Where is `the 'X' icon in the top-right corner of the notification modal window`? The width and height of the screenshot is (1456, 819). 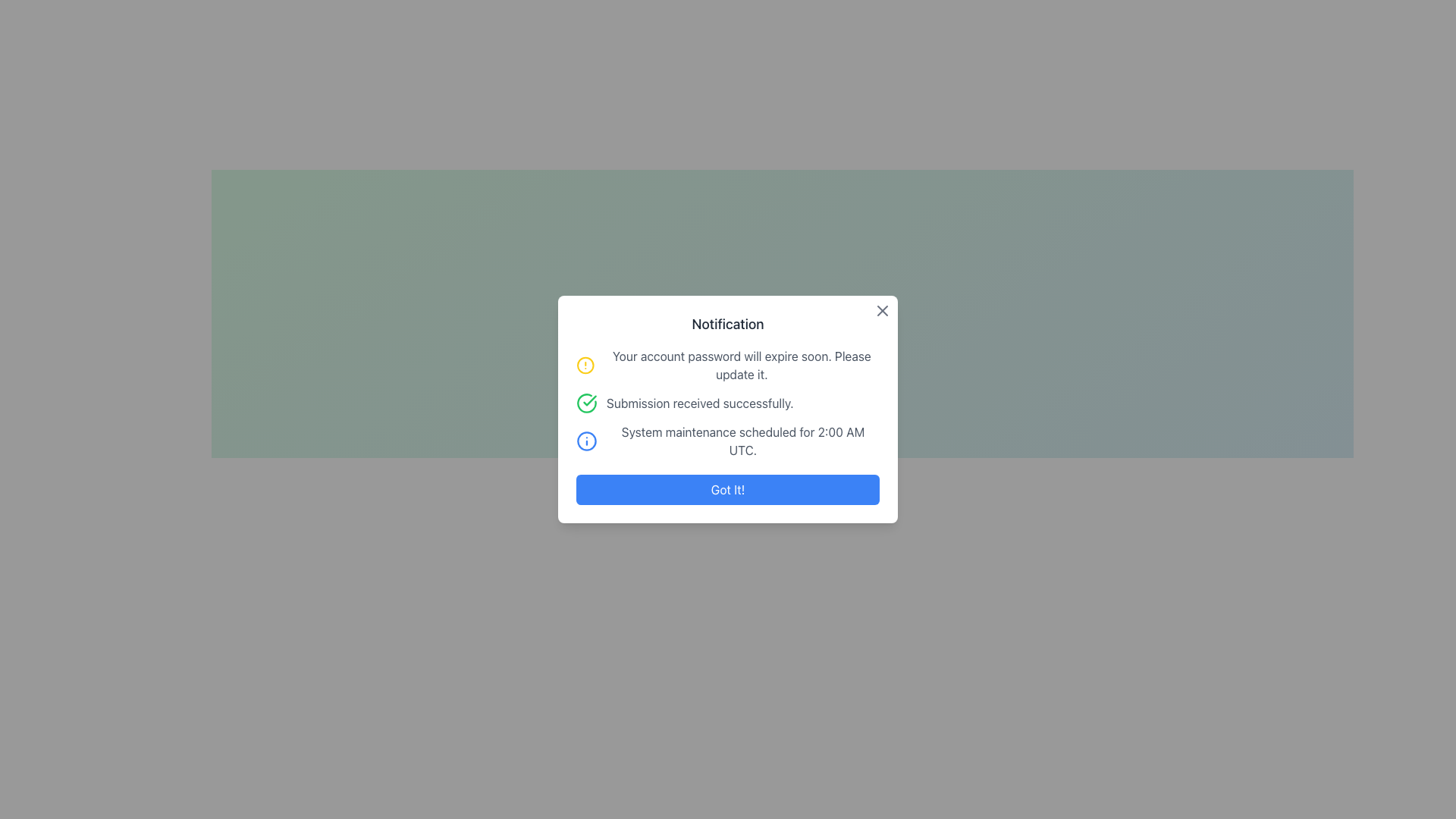
the 'X' icon in the top-right corner of the notification modal window is located at coordinates (882, 309).